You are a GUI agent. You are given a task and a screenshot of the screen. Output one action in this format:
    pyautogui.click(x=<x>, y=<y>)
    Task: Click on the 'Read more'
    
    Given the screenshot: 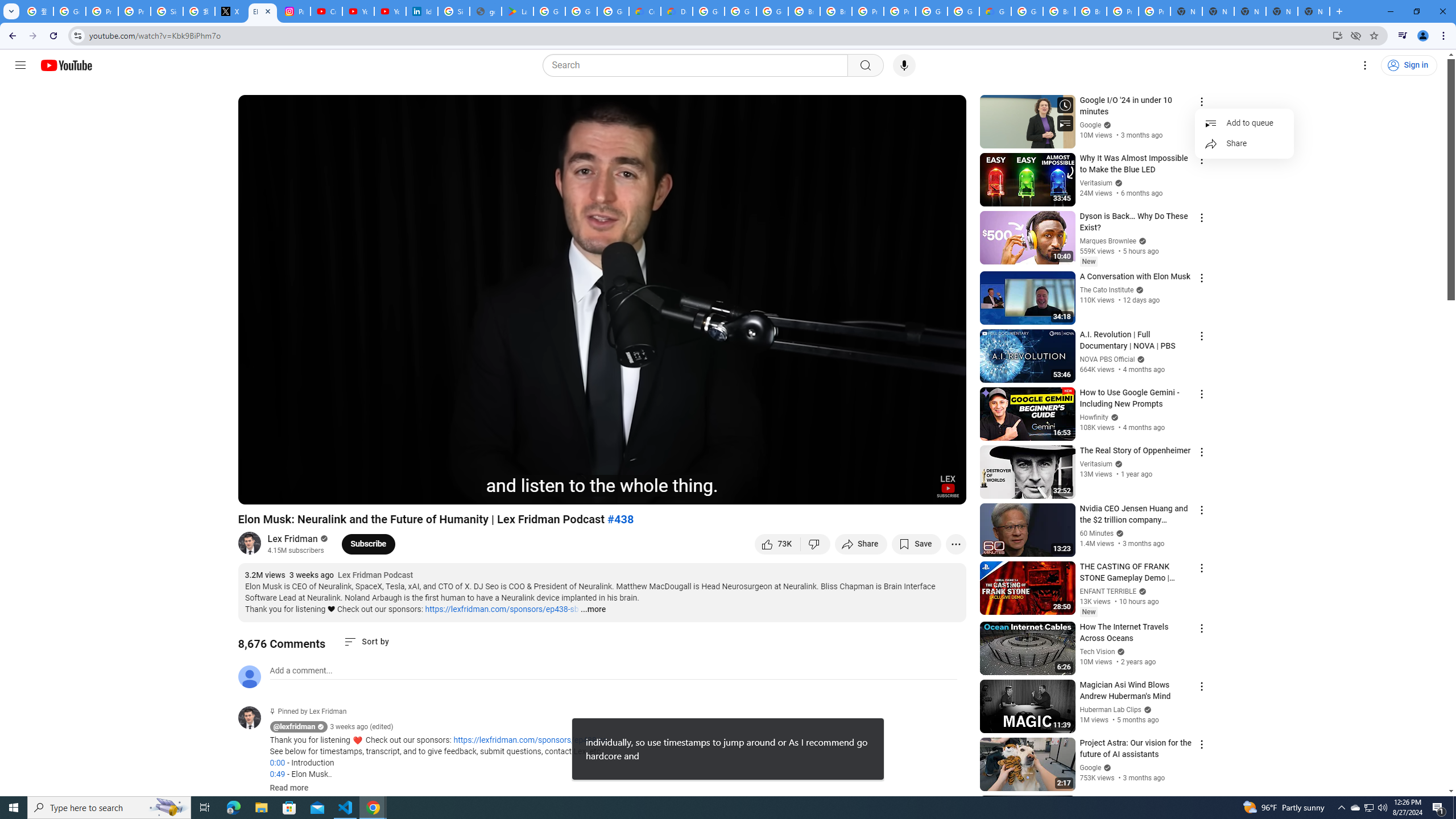 What is the action you would take?
    pyautogui.click(x=288, y=788)
    